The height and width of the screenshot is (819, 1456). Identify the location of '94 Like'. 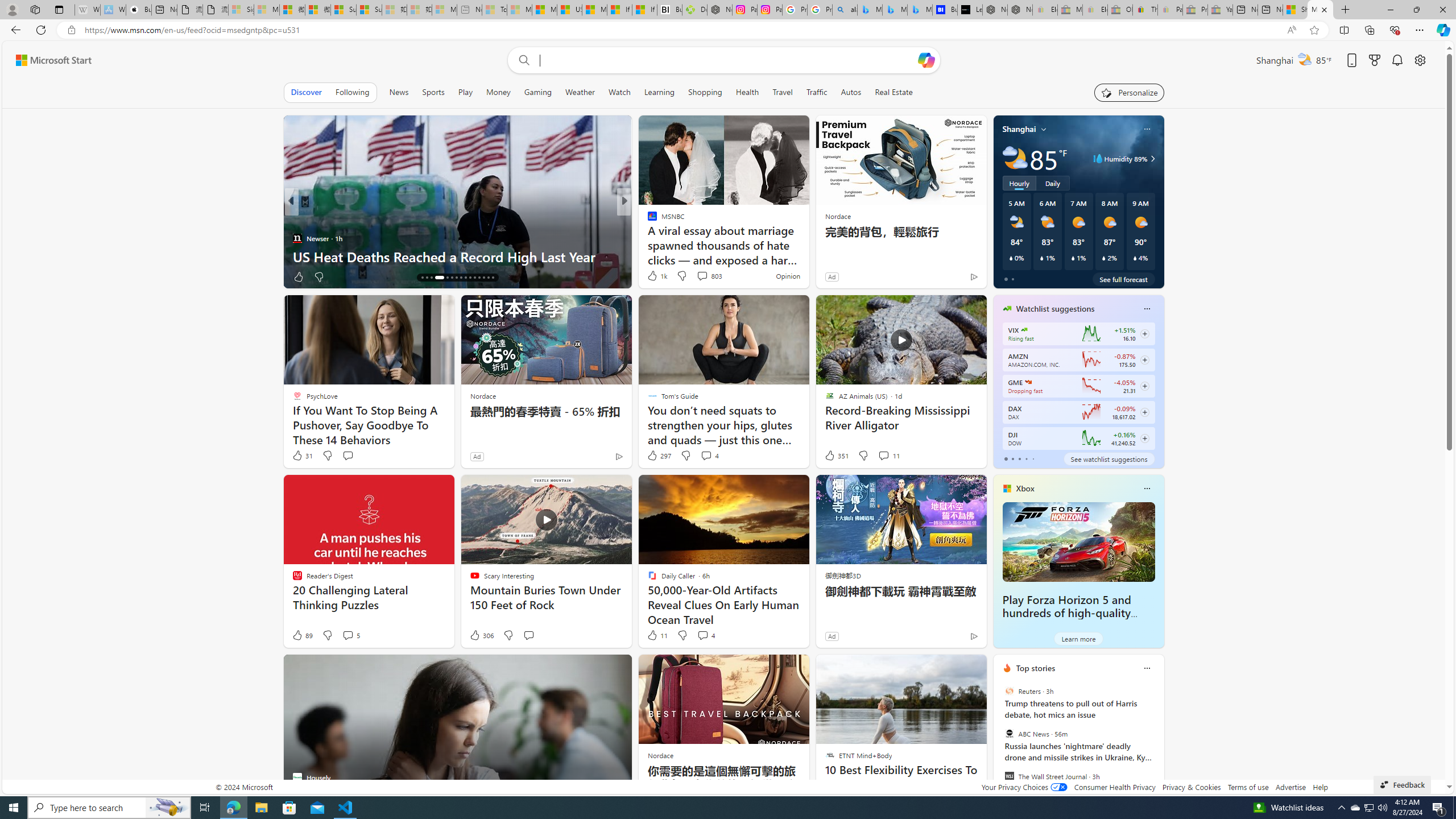
(652, 276).